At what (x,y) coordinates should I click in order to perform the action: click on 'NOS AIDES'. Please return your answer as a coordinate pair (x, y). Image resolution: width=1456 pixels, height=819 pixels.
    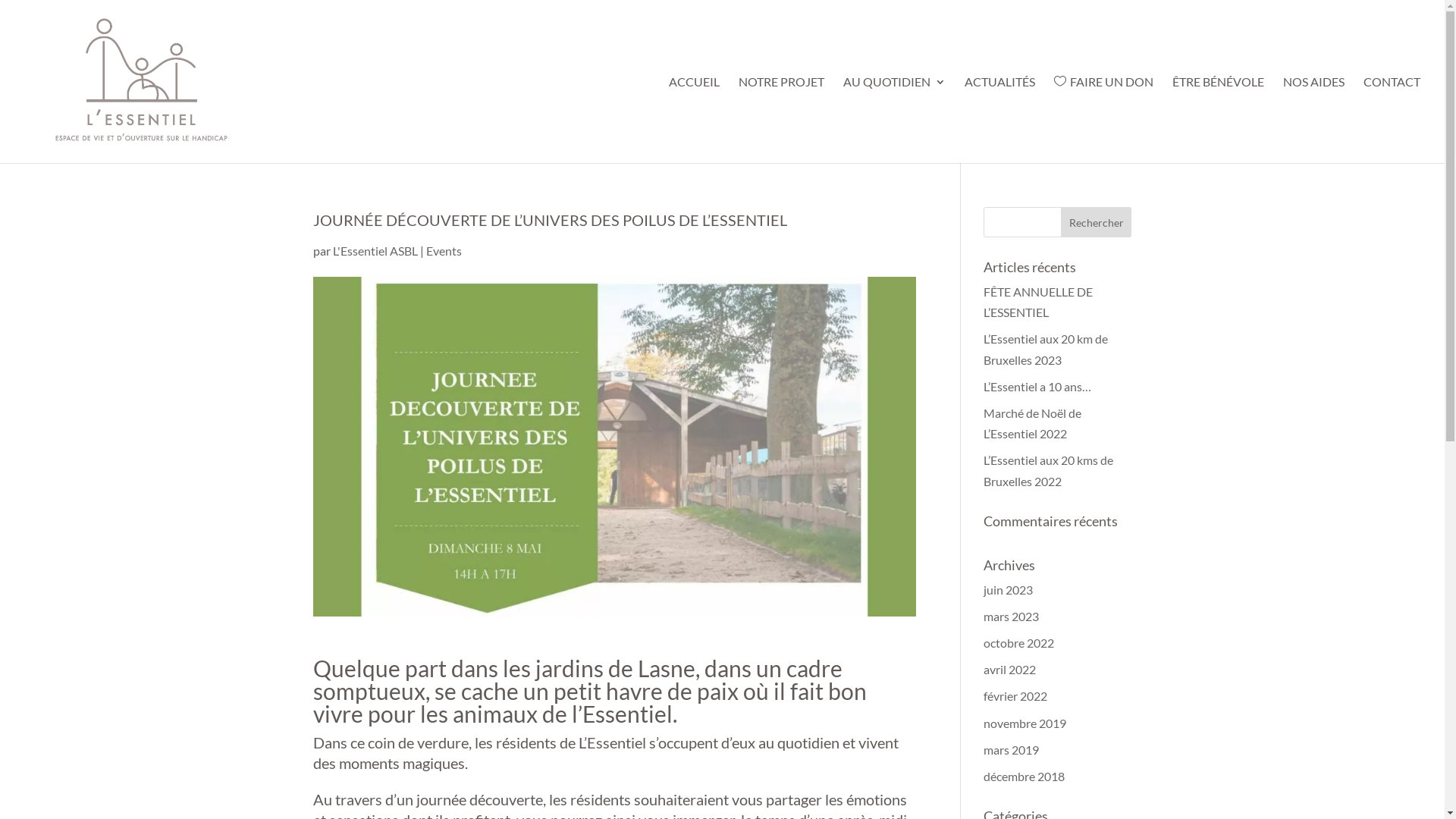
    Looking at the image, I should click on (1313, 119).